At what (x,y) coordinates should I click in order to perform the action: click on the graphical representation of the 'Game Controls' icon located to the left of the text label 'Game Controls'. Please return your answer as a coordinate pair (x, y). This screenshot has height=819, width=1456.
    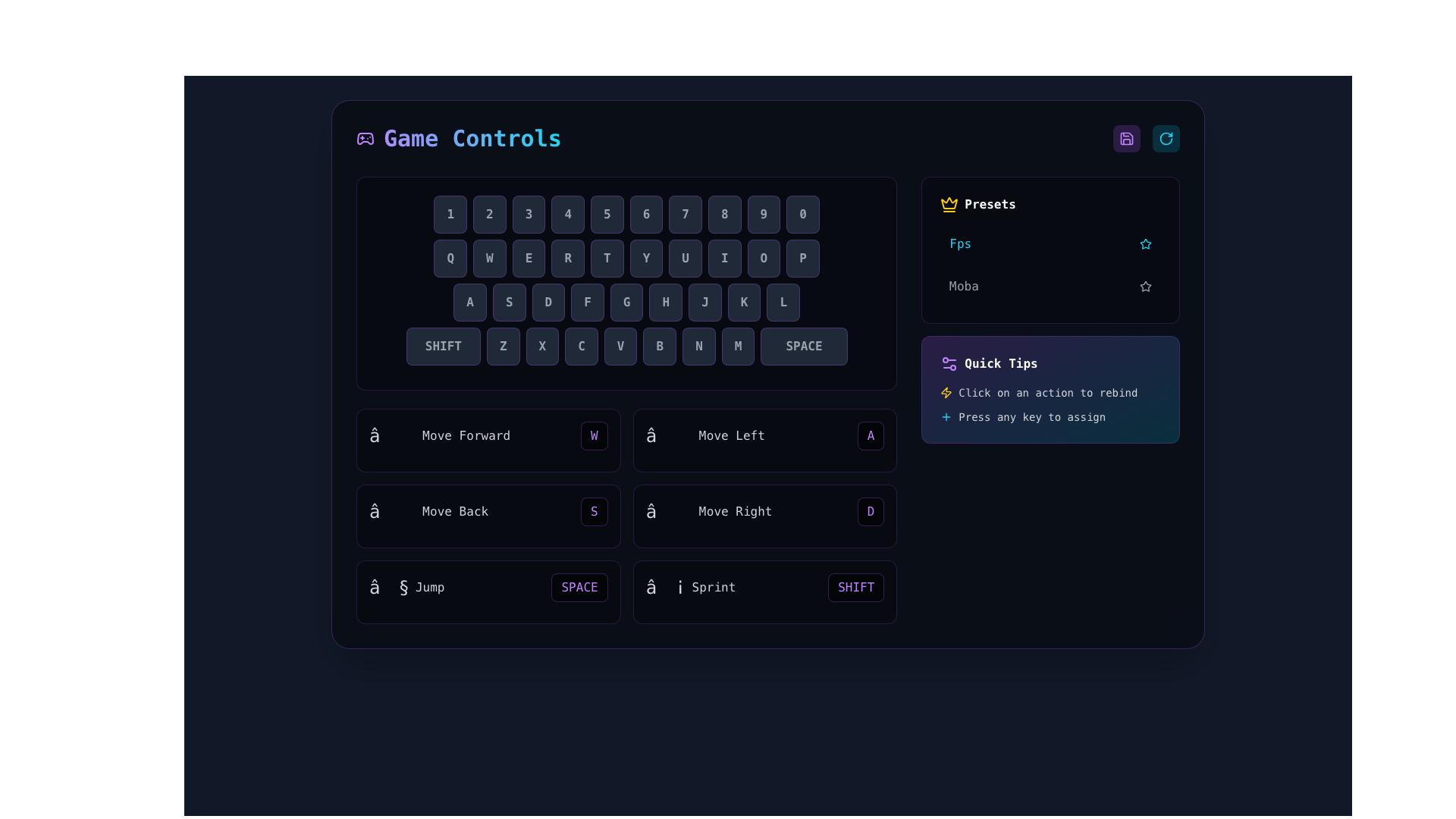
    Looking at the image, I should click on (365, 138).